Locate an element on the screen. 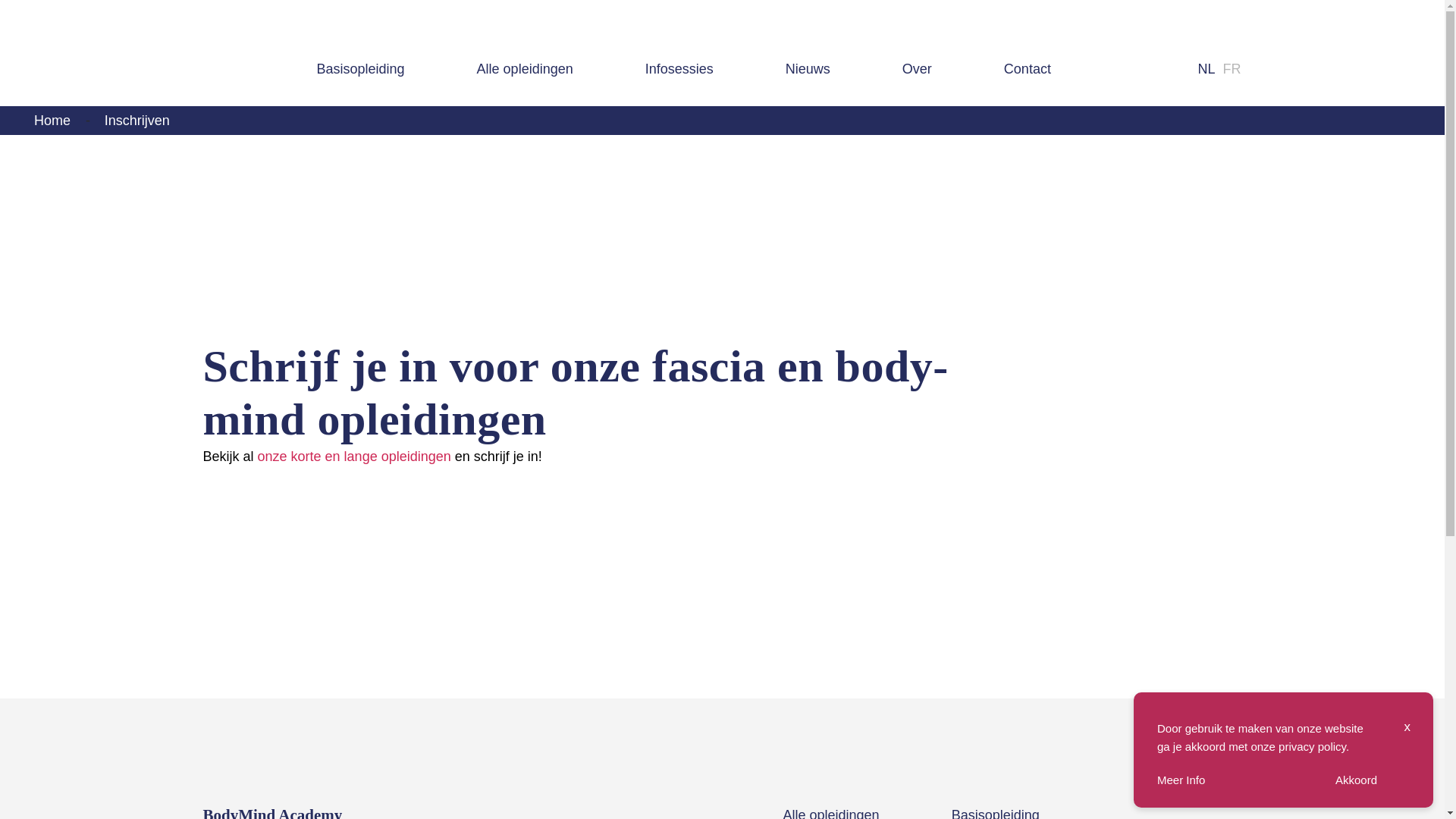 The image size is (1456, 819). 'NL' is located at coordinates (1205, 68).